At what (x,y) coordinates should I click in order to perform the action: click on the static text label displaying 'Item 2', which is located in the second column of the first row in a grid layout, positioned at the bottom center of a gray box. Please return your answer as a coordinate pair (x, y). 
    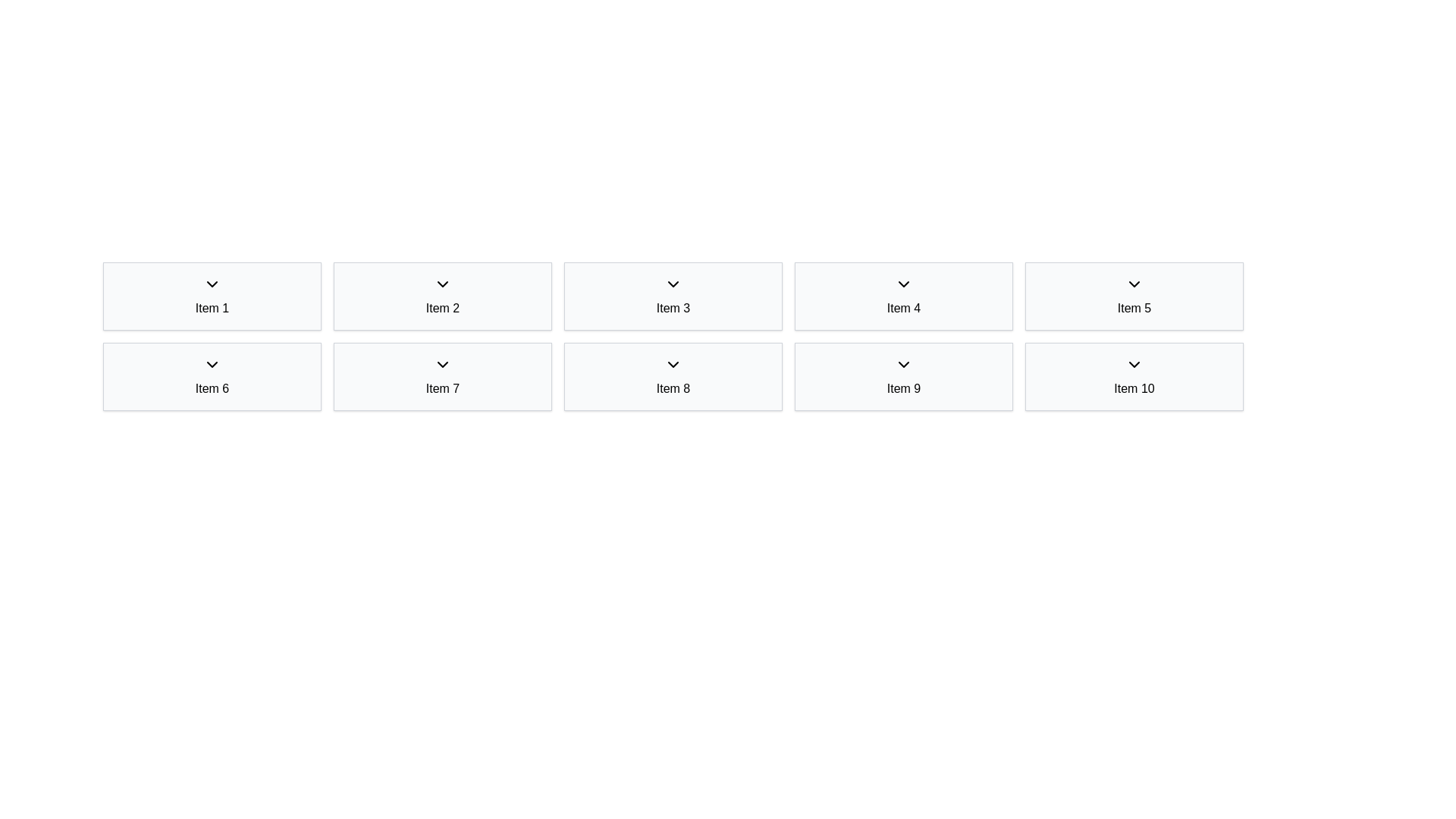
    Looking at the image, I should click on (442, 308).